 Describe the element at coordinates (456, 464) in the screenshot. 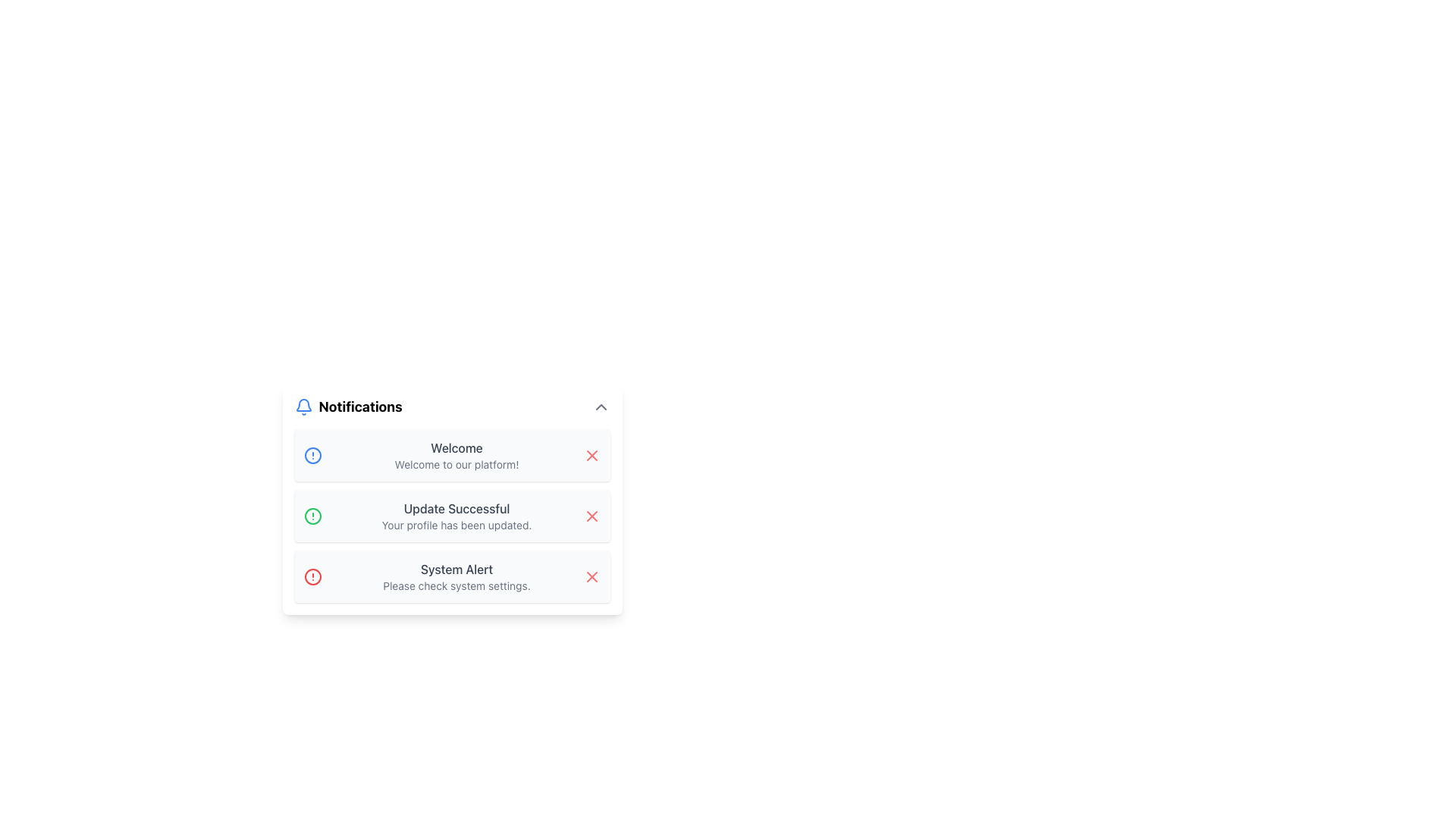

I see `text label that says 'Welcome to our platform!' located below the bold heading 'Welcome' in the first notification card` at that location.